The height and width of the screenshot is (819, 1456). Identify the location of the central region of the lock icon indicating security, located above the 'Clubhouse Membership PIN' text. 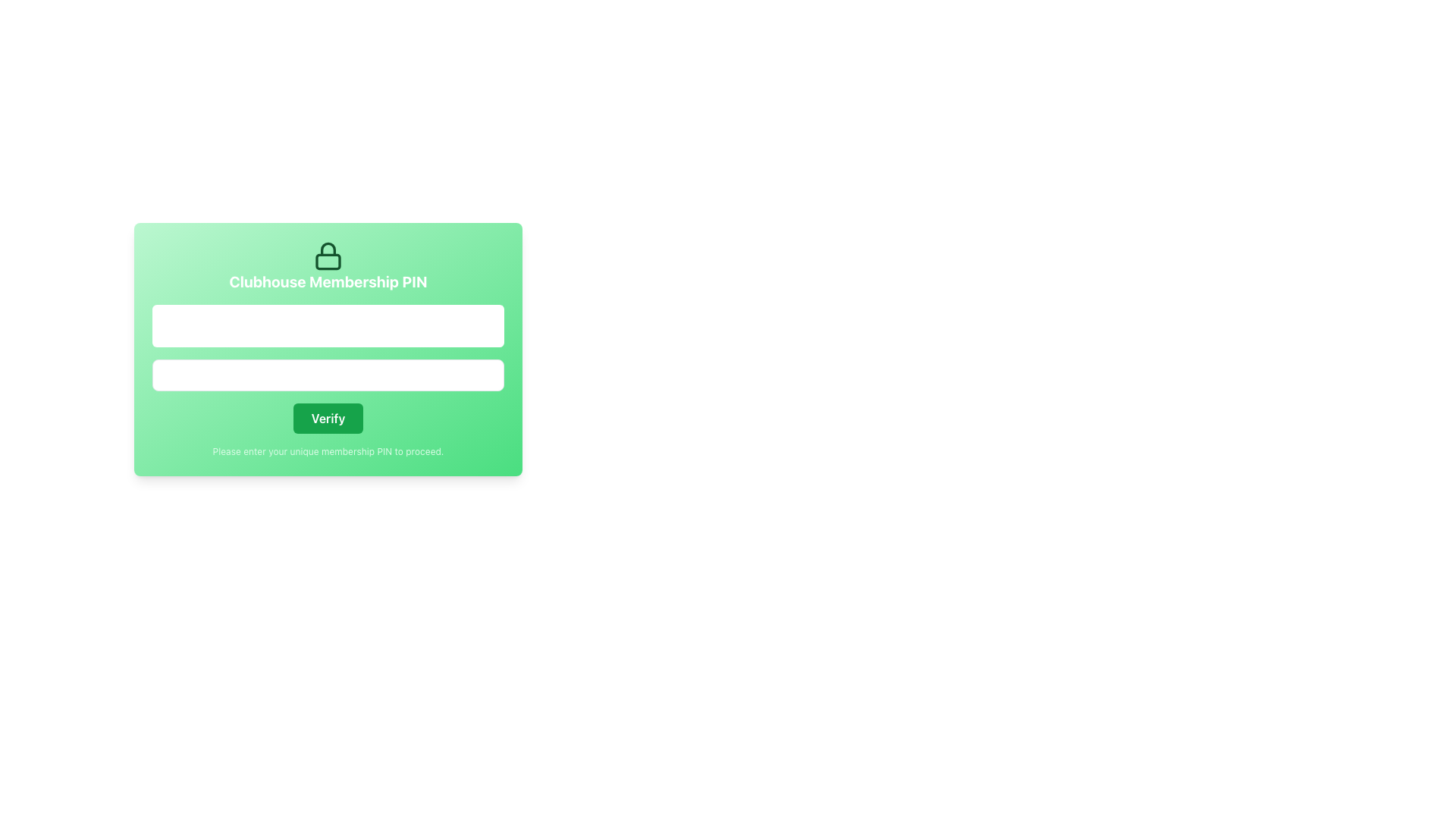
(327, 260).